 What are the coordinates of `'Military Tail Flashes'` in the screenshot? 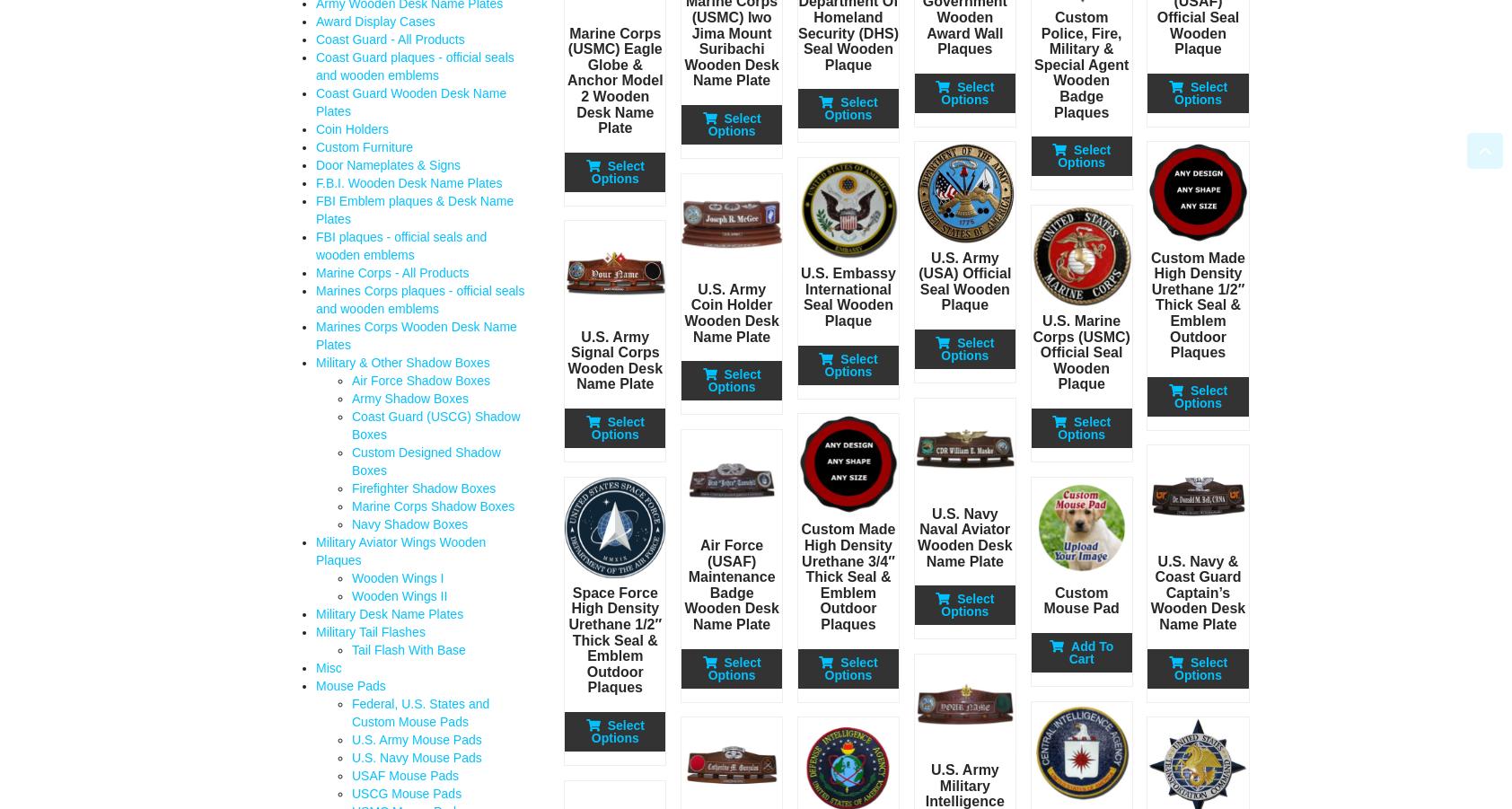 It's located at (370, 632).